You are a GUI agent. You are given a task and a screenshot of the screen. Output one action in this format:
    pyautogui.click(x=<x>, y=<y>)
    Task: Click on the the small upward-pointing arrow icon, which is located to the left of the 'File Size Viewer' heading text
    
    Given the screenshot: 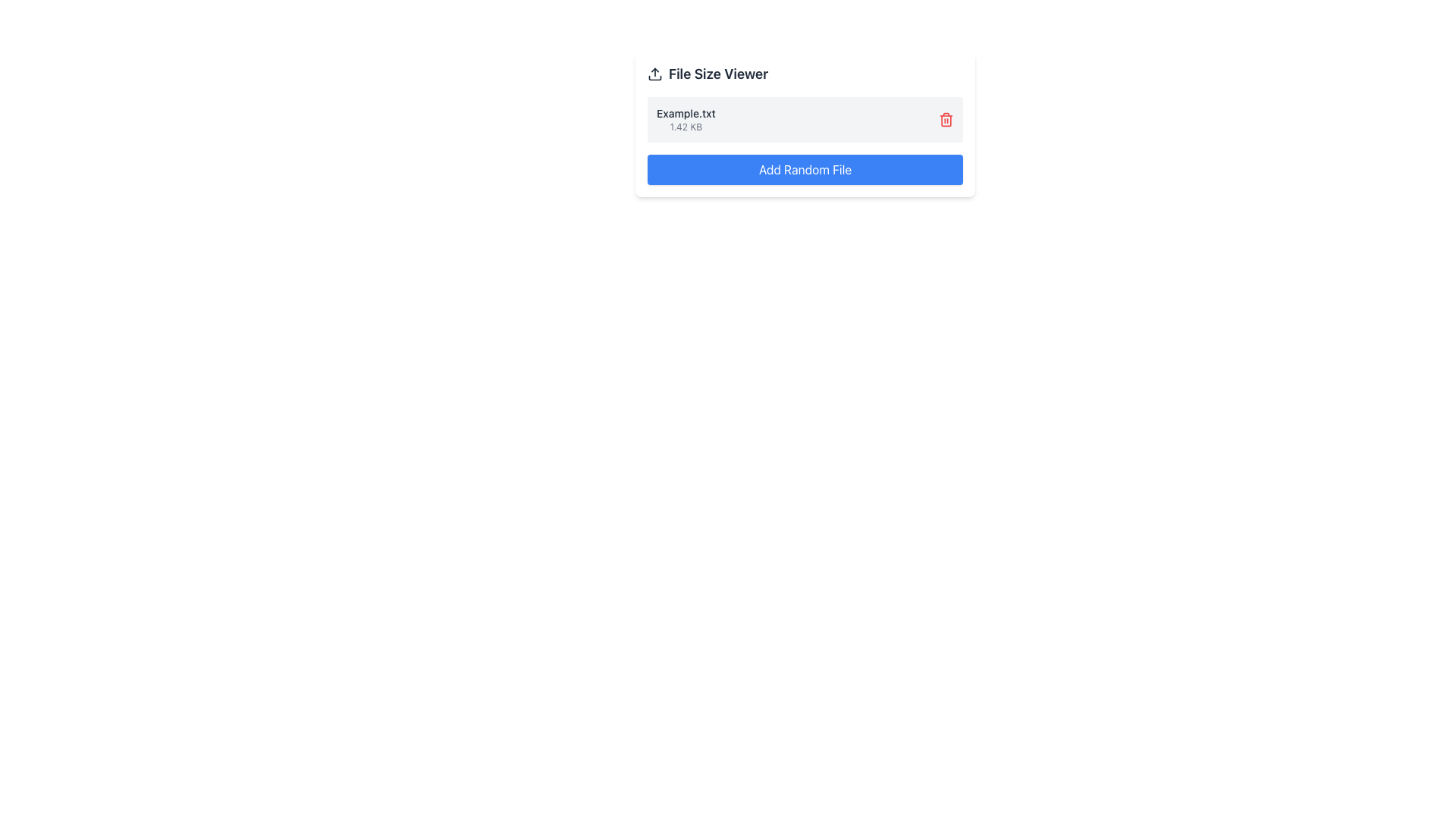 What is the action you would take?
    pyautogui.click(x=655, y=74)
    